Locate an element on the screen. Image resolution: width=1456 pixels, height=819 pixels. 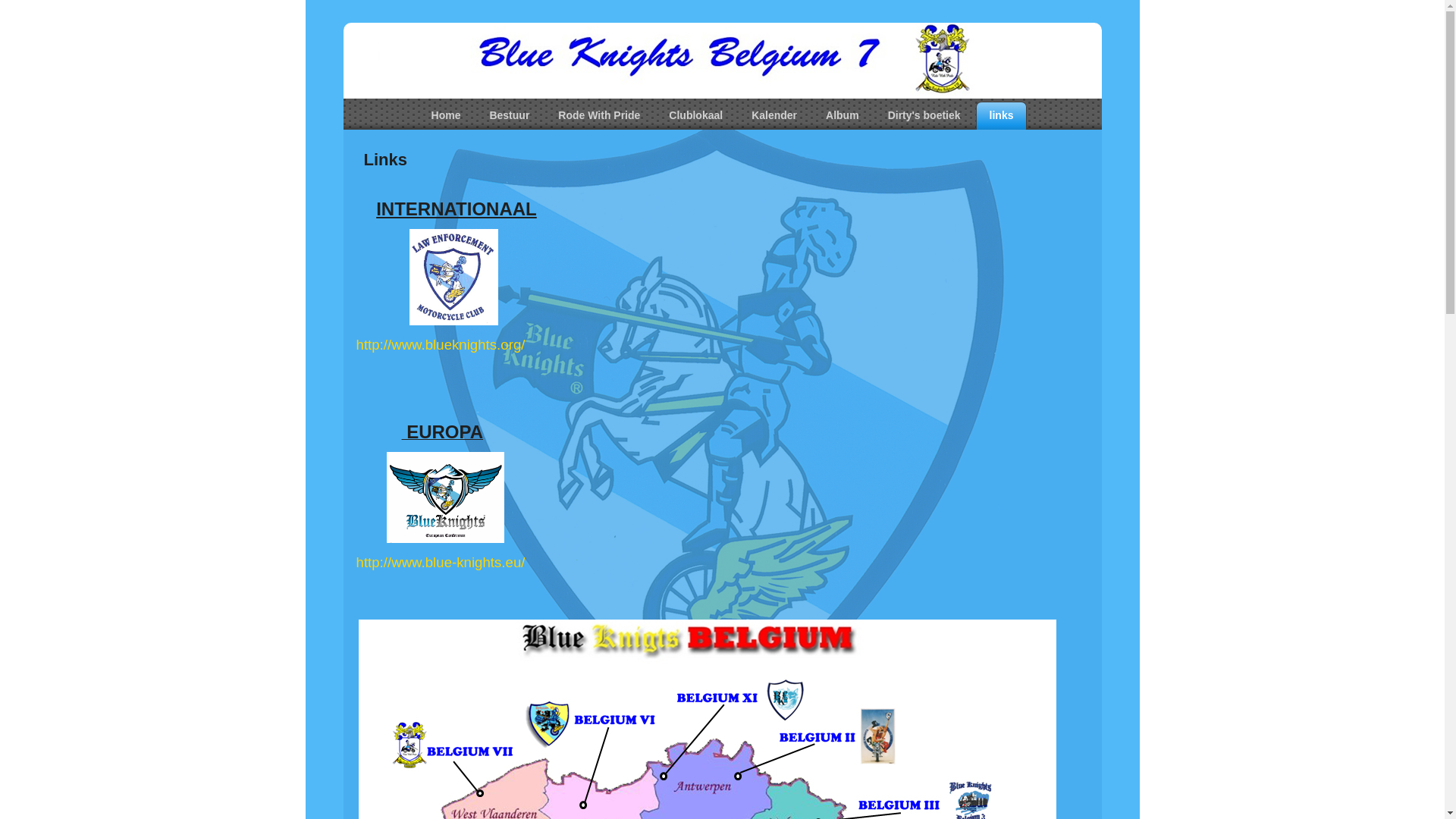
'Rode With Pride' is located at coordinates (598, 114).